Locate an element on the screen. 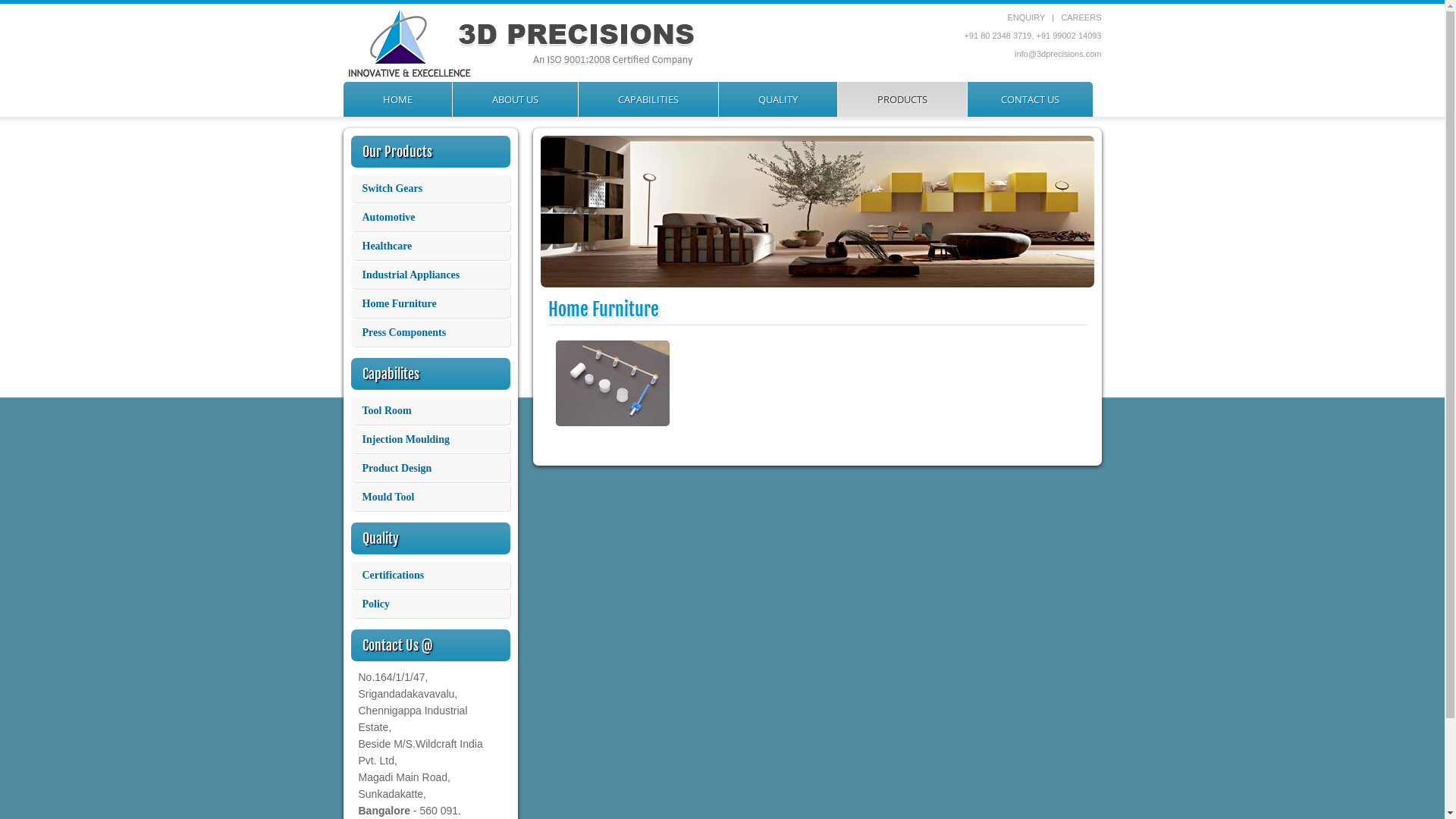 This screenshot has width=1456, height=819. 'CAPABILITIES' is located at coordinates (648, 99).